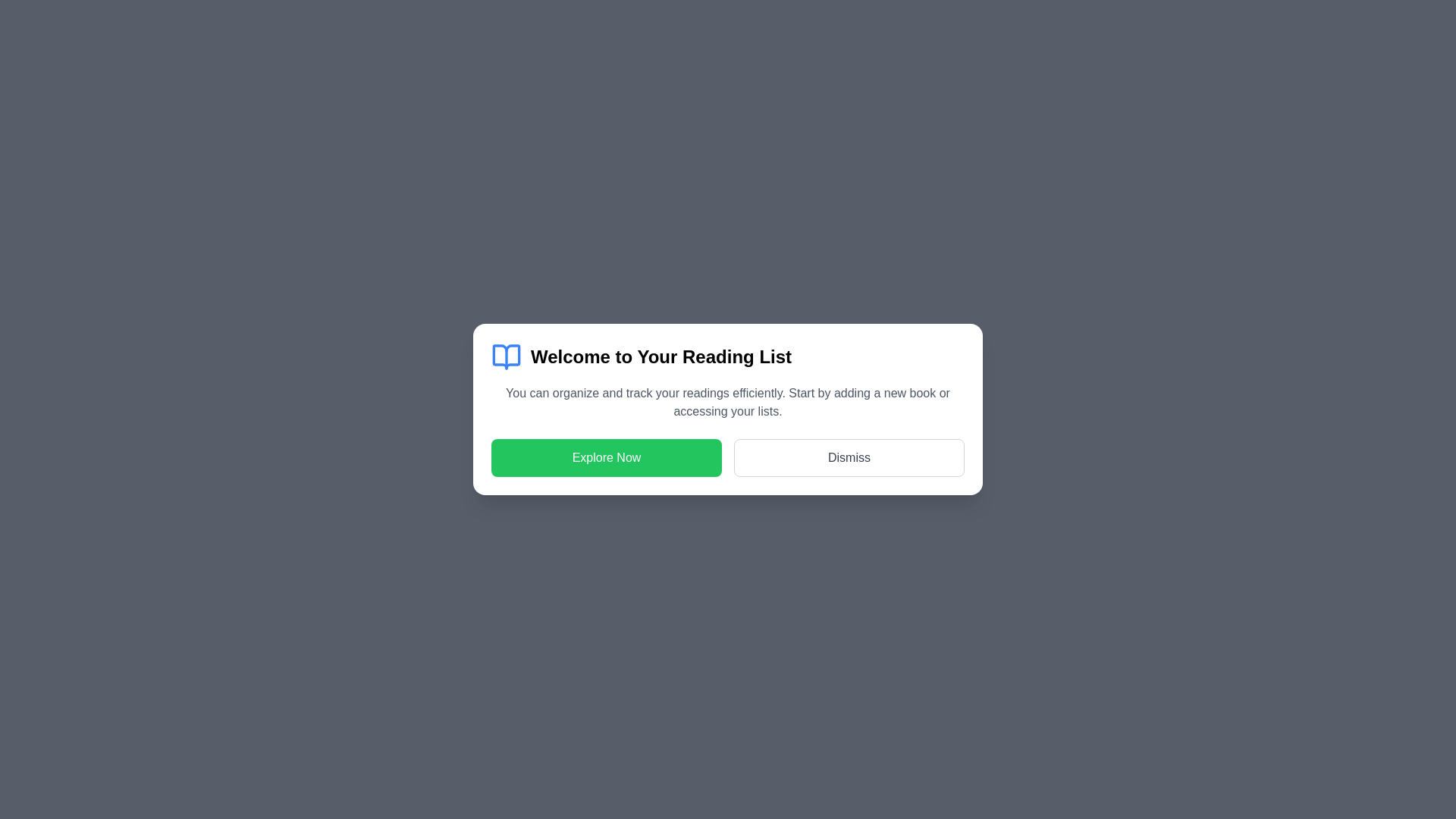  What do you see at coordinates (848, 457) in the screenshot?
I see `the 'Dismiss' button to close the dialog` at bounding box center [848, 457].